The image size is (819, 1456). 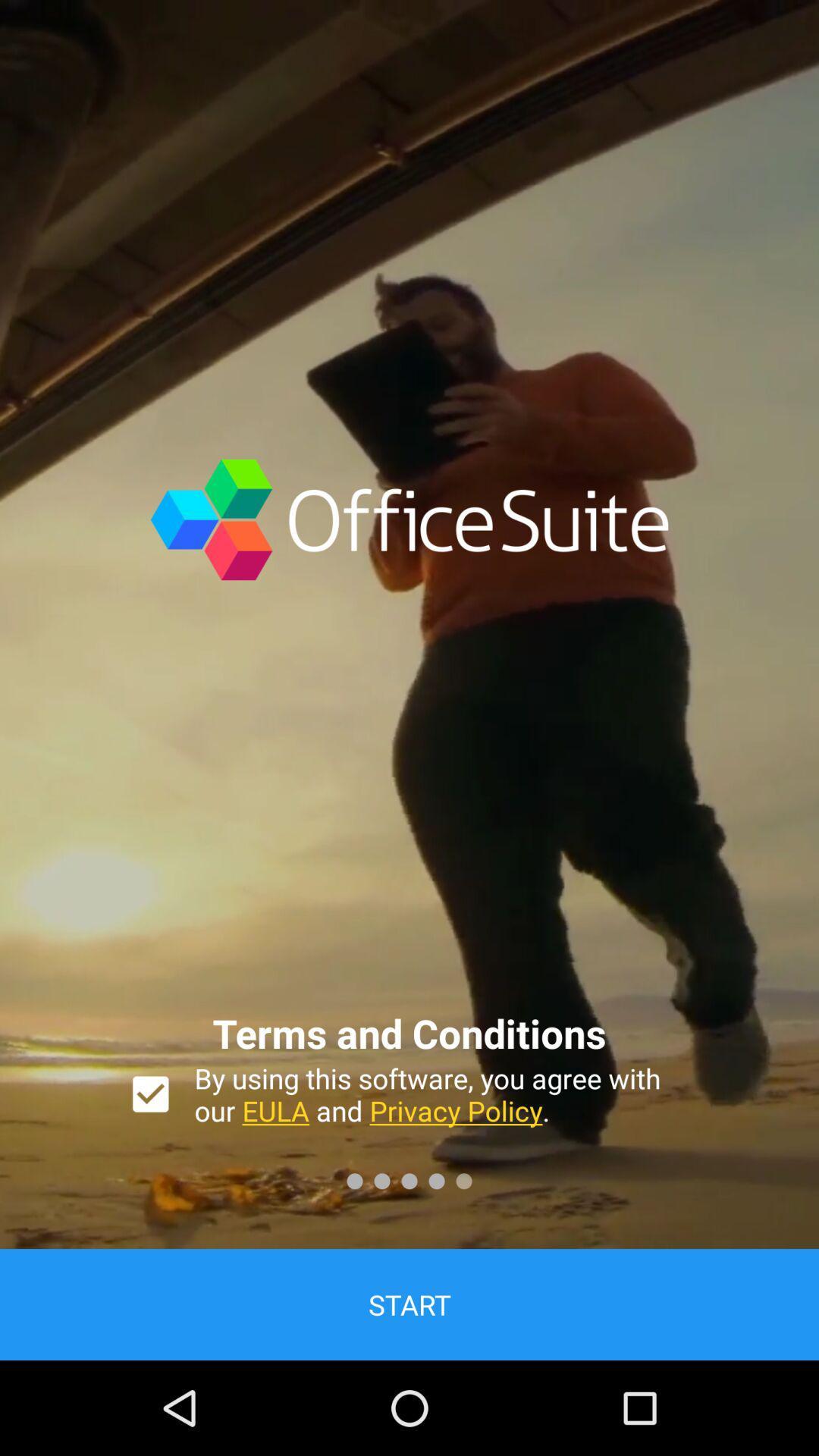 What do you see at coordinates (150, 1094) in the screenshot?
I see `button` at bounding box center [150, 1094].